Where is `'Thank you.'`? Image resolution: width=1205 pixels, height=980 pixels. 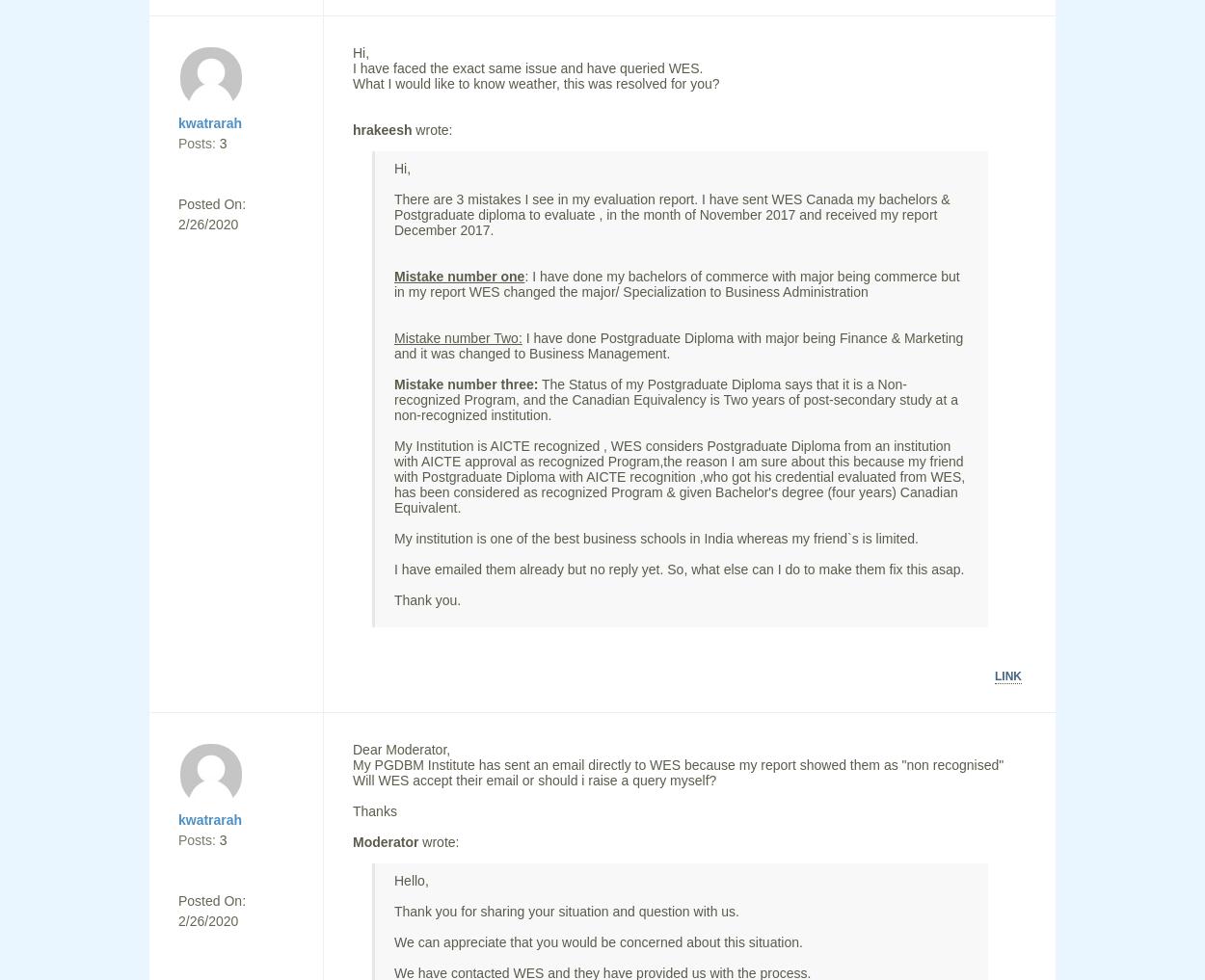 'Thank you.' is located at coordinates (426, 600).